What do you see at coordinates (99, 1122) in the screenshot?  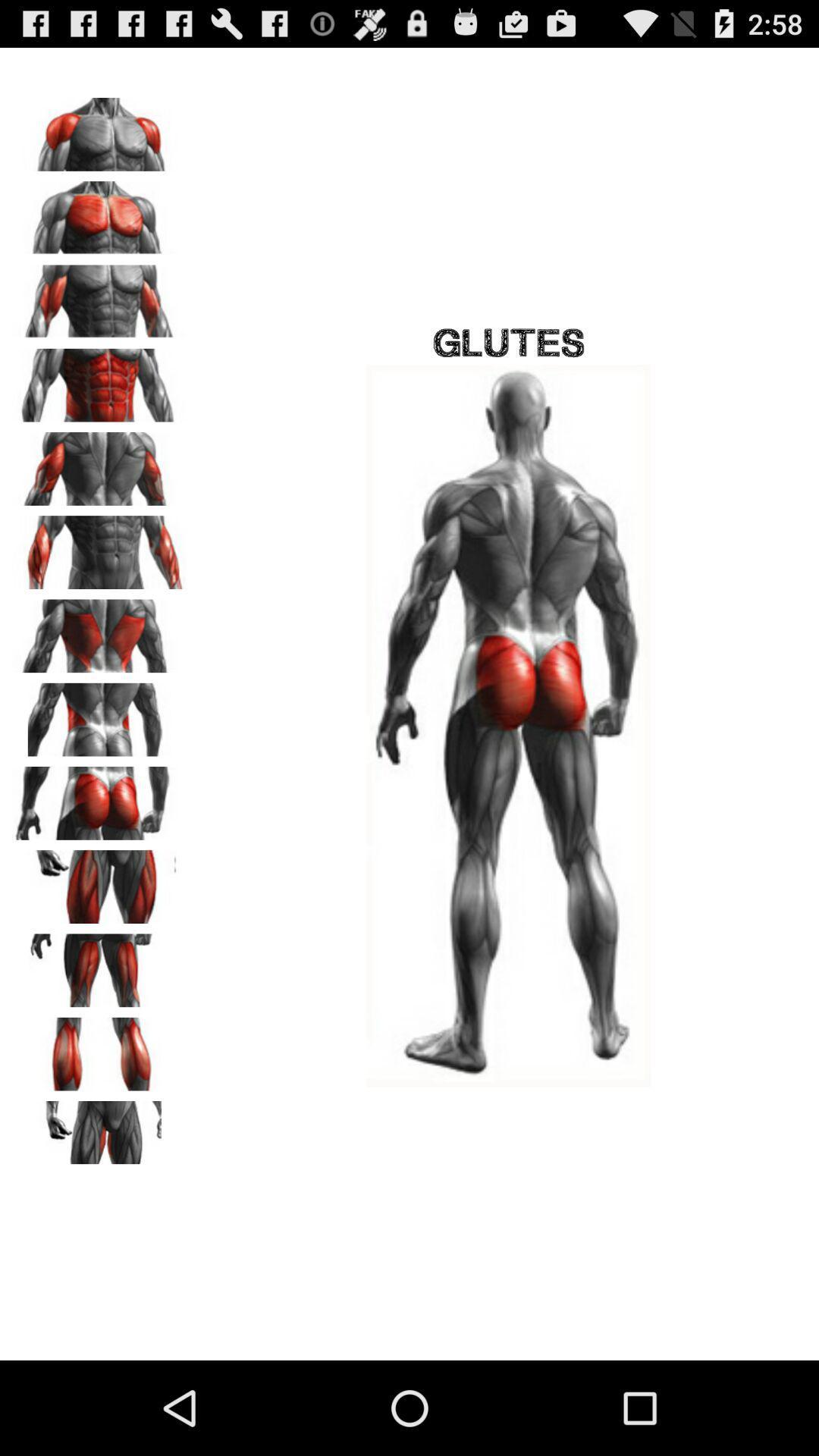 I see `the pause icon` at bounding box center [99, 1122].